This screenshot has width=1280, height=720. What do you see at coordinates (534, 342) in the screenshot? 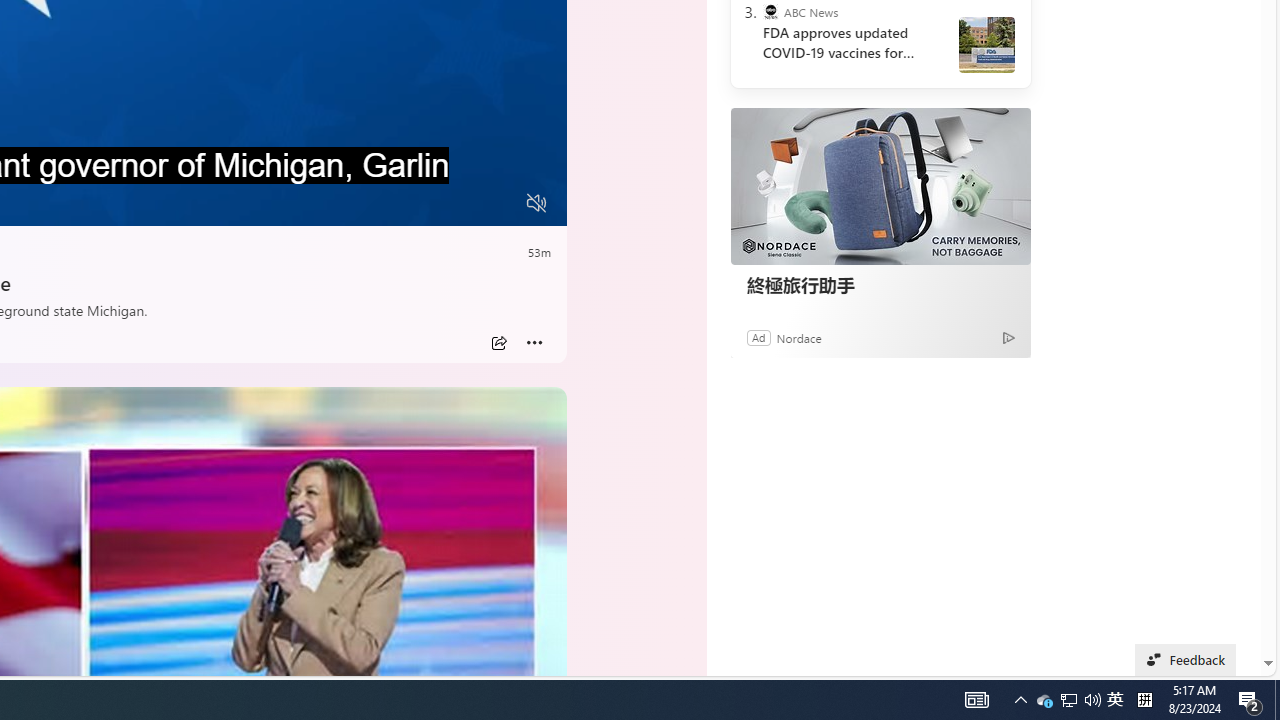
I see `'Class: at-item inline-watch'` at bounding box center [534, 342].